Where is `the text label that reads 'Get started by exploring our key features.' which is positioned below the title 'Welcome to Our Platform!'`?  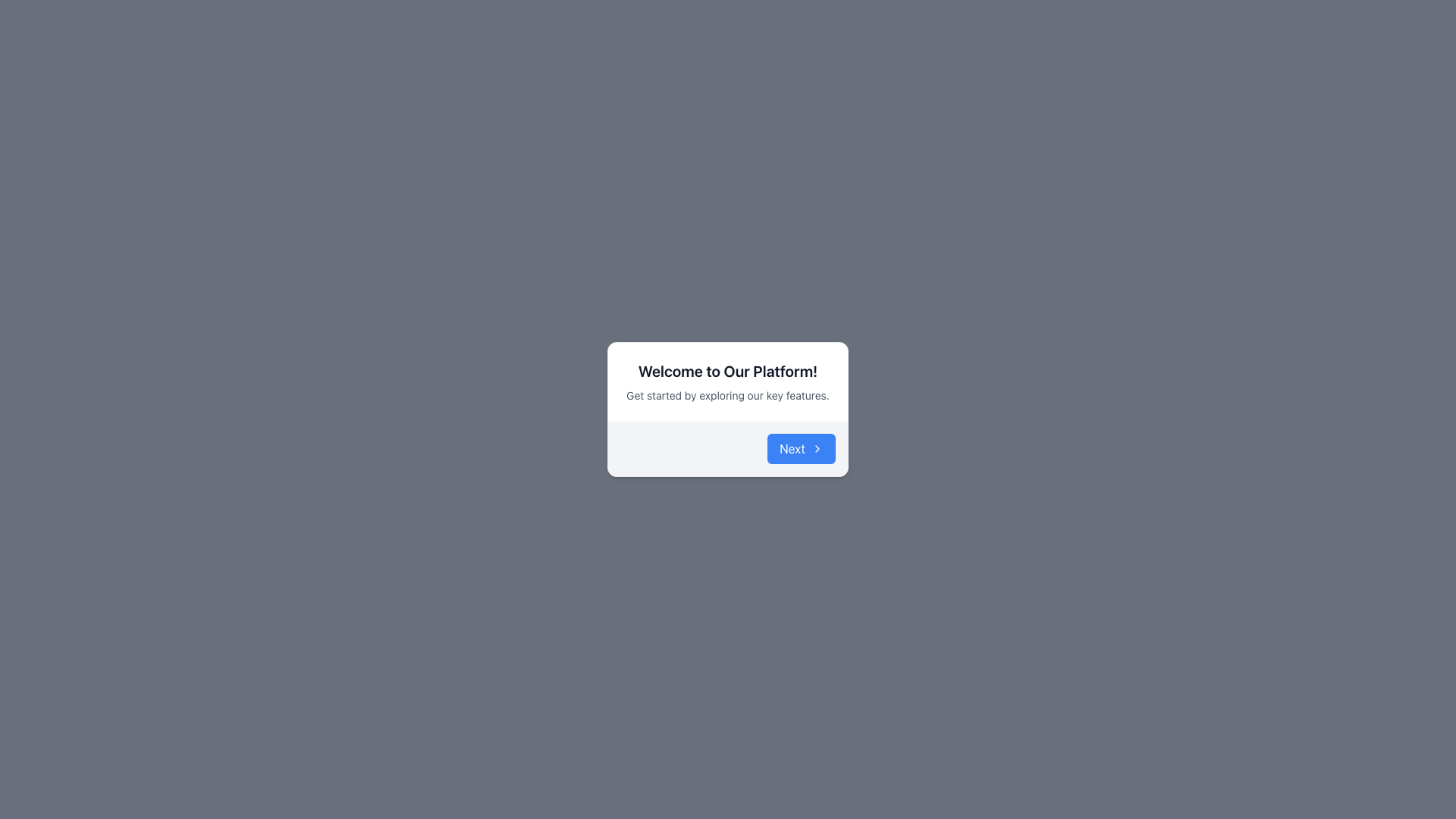 the text label that reads 'Get started by exploring our key features.' which is positioned below the title 'Welcome to Our Platform!' is located at coordinates (728, 394).